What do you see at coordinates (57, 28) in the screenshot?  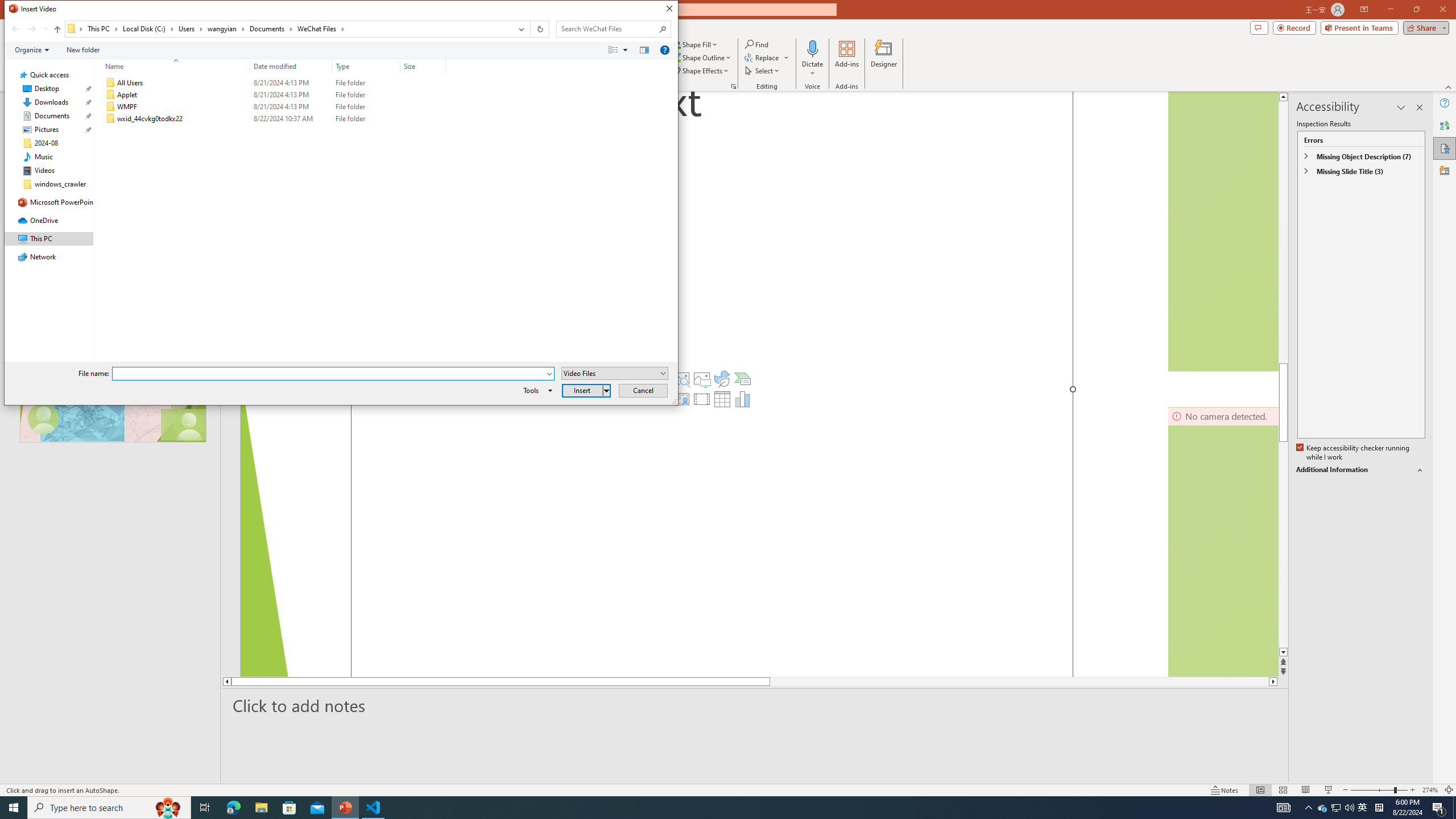 I see `'Up to "Documents" (Alt + Up Arrow)'` at bounding box center [57, 28].